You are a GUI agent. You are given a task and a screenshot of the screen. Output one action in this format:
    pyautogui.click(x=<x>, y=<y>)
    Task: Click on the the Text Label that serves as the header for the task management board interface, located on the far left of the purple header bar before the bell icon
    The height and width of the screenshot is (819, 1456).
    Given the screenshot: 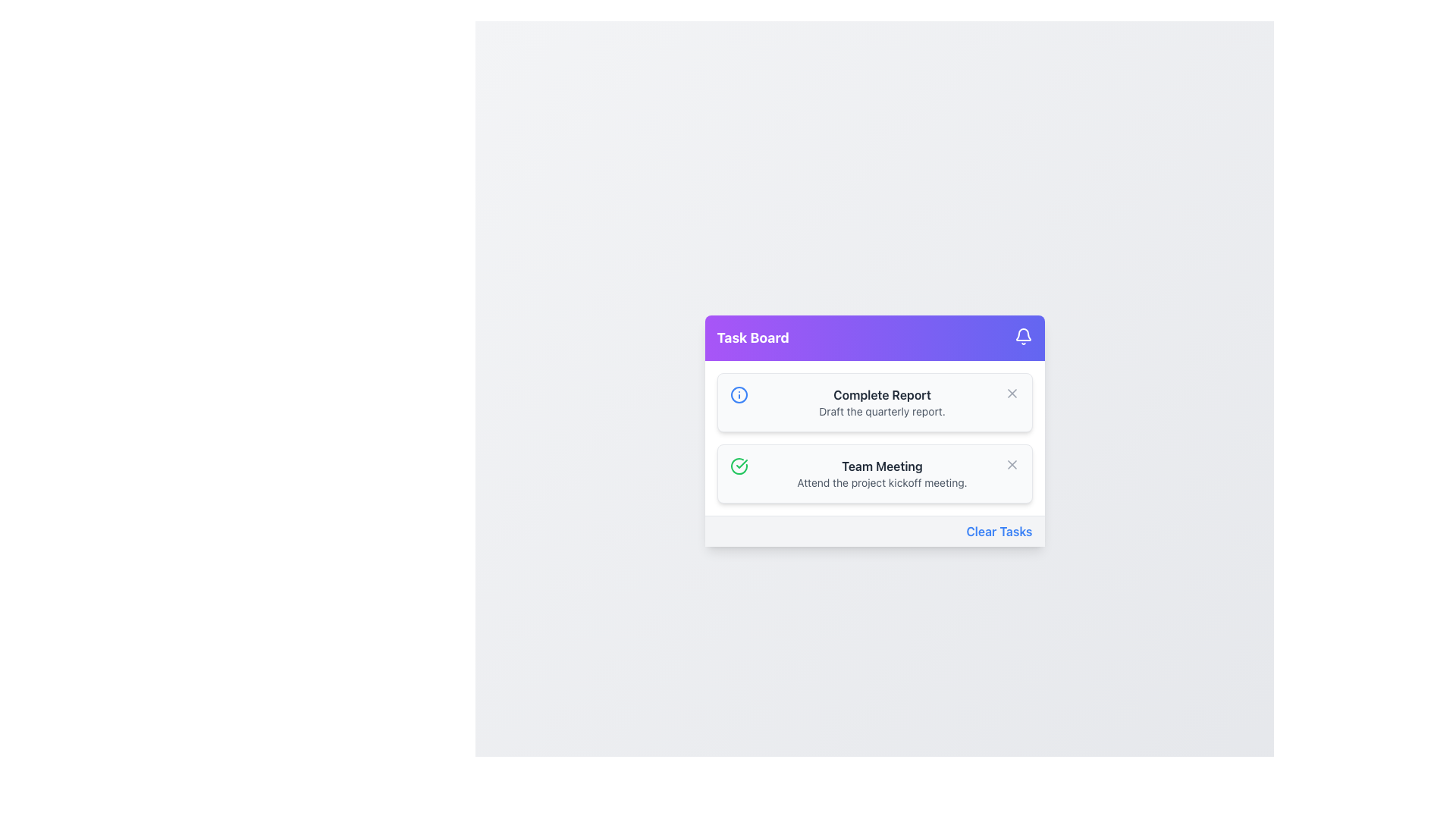 What is the action you would take?
    pyautogui.click(x=753, y=337)
    